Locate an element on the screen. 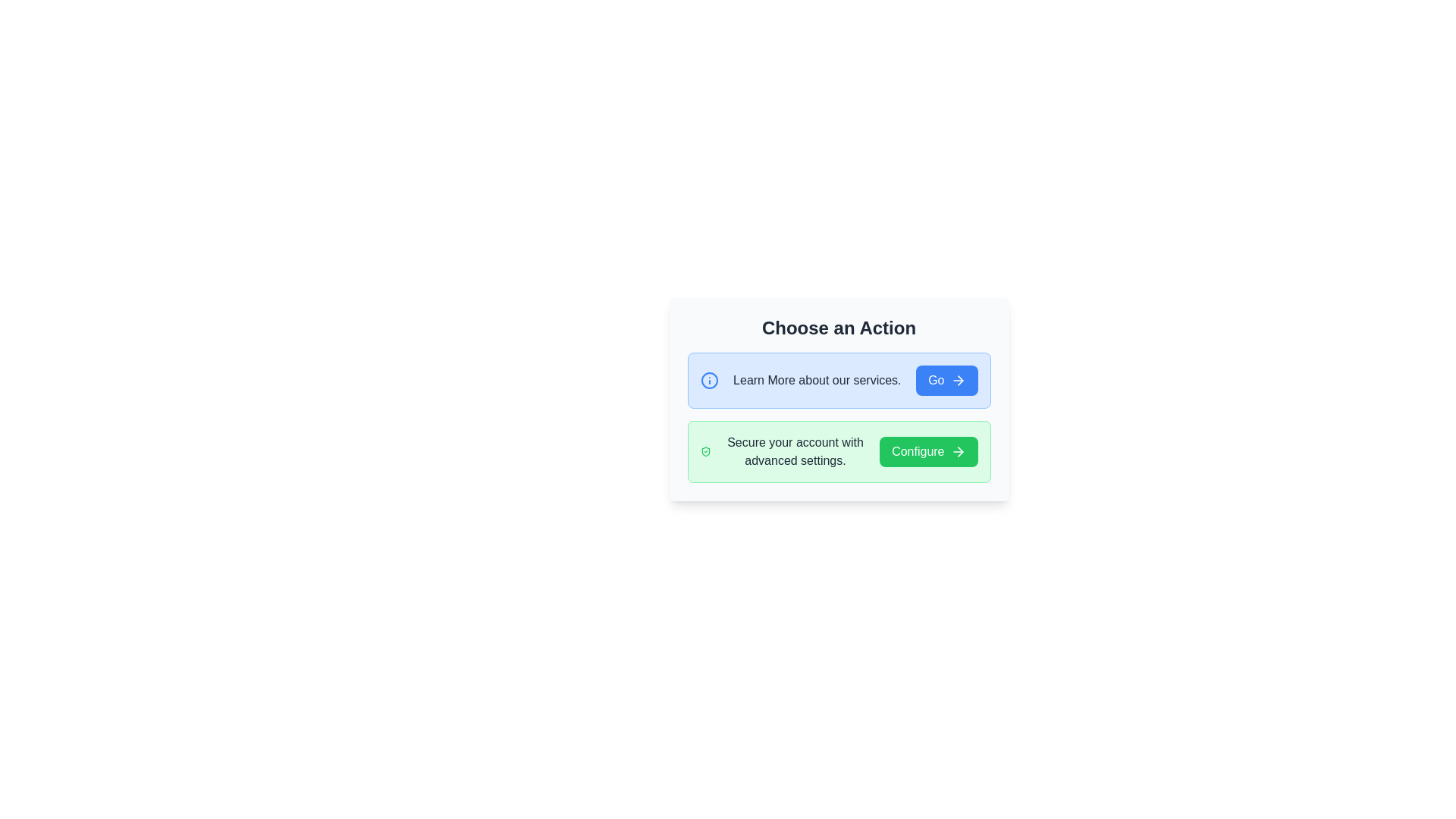 This screenshot has height=819, width=1456. the 'Configure' button located in the light green section at the bottom right of the card is located at coordinates (927, 451).